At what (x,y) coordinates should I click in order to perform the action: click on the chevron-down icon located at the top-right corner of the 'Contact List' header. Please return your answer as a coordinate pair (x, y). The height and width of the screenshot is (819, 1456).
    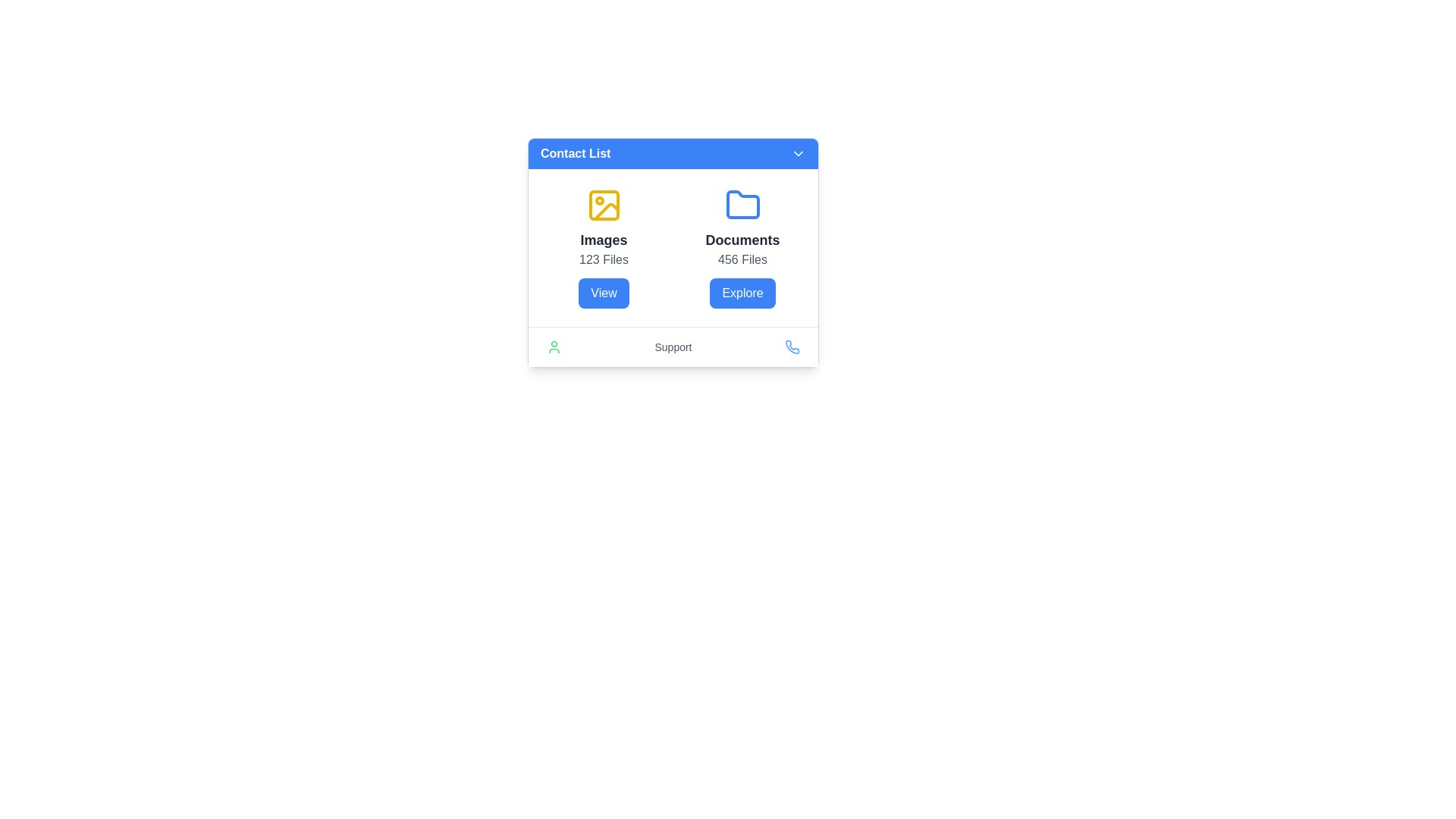
    Looking at the image, I should click on (797, 154).